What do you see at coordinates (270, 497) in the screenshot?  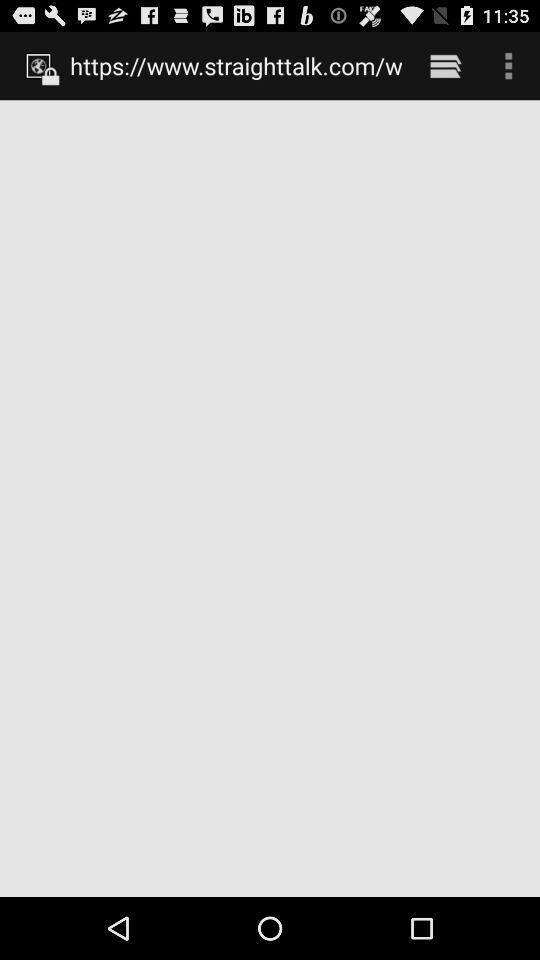 I see `the icon below https www straighttalk` at bounding box center [270, 497].